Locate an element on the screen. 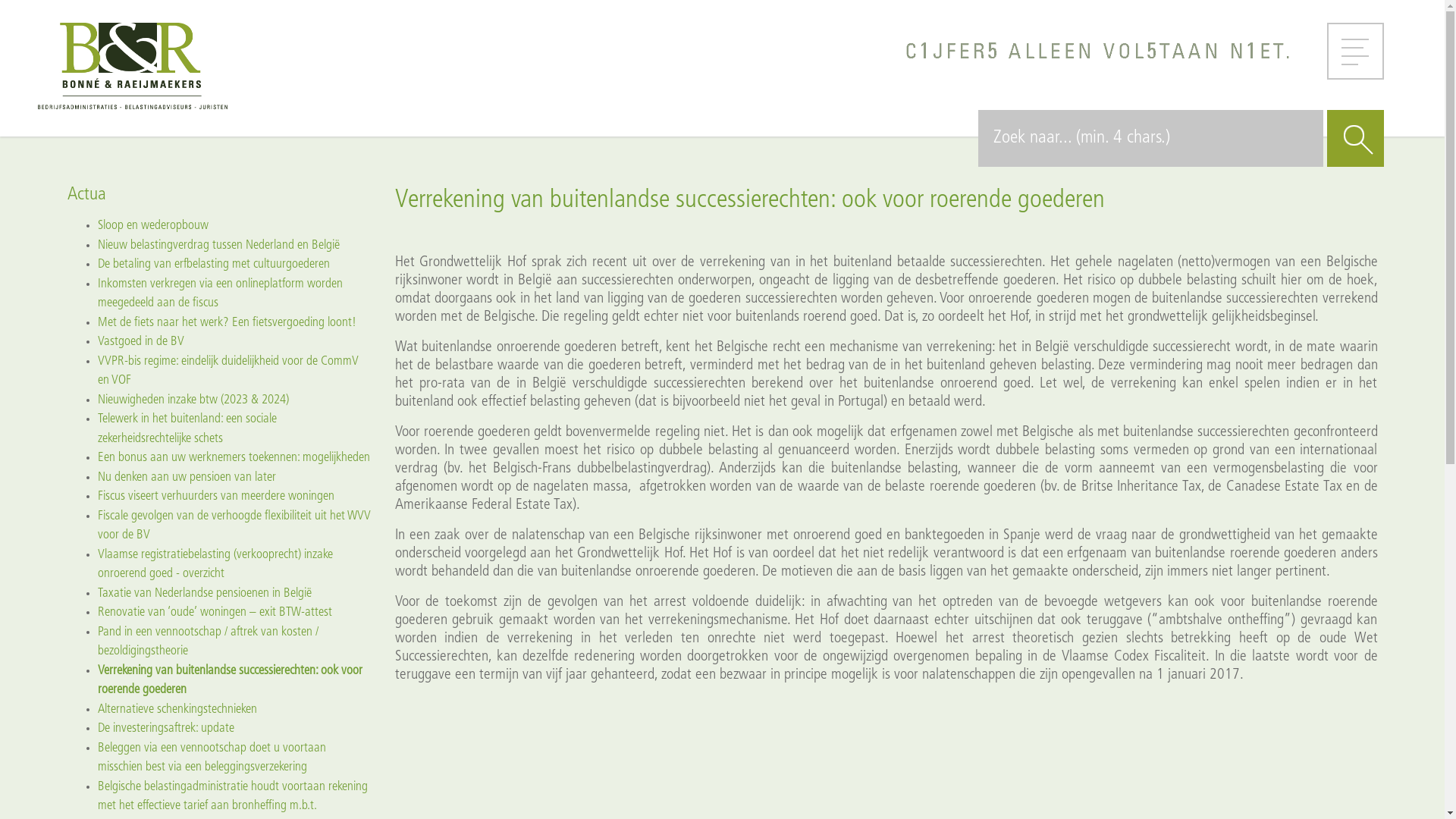 This screenshot has width=1456, height=819. 'Alternatieve schenkingstechnieken' is located at coordinates (177, 708).